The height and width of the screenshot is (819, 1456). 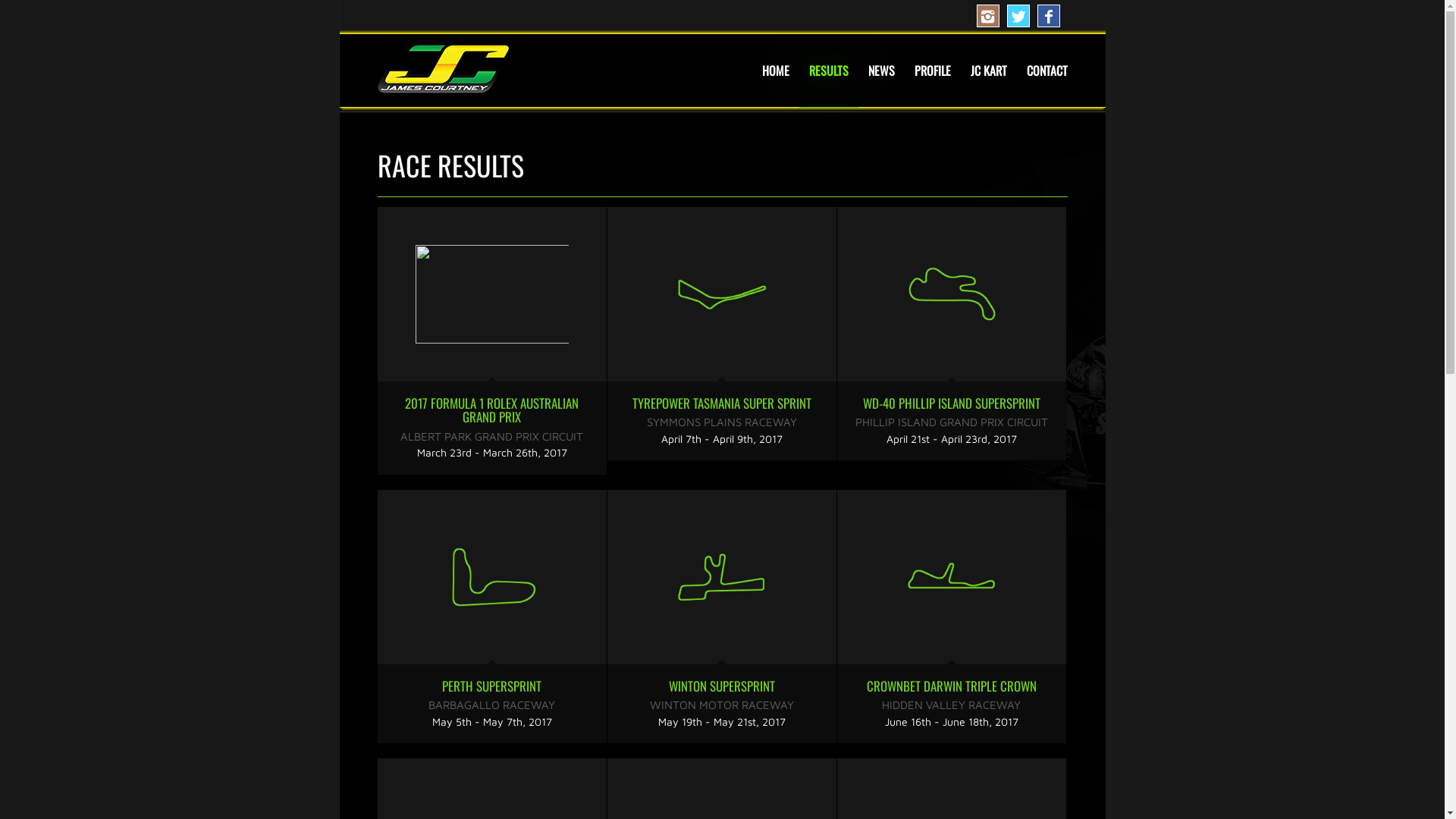 What do you see at coordinates (775, 70) in the screenshot?
I see `'HOME'` at bounding box center [775, 70].